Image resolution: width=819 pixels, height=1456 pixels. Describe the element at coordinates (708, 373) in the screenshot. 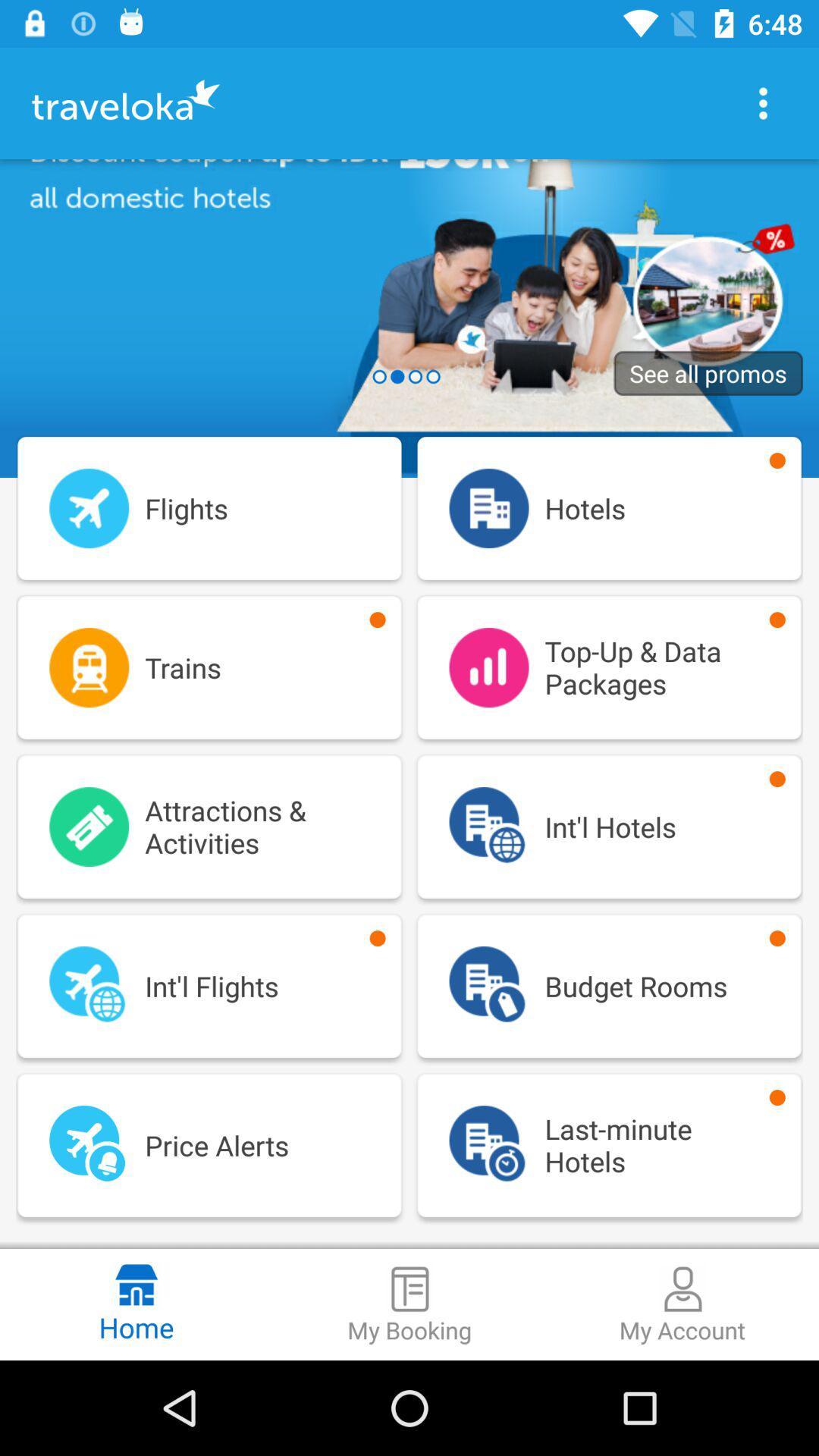

I see `see all promos icon` at that location.